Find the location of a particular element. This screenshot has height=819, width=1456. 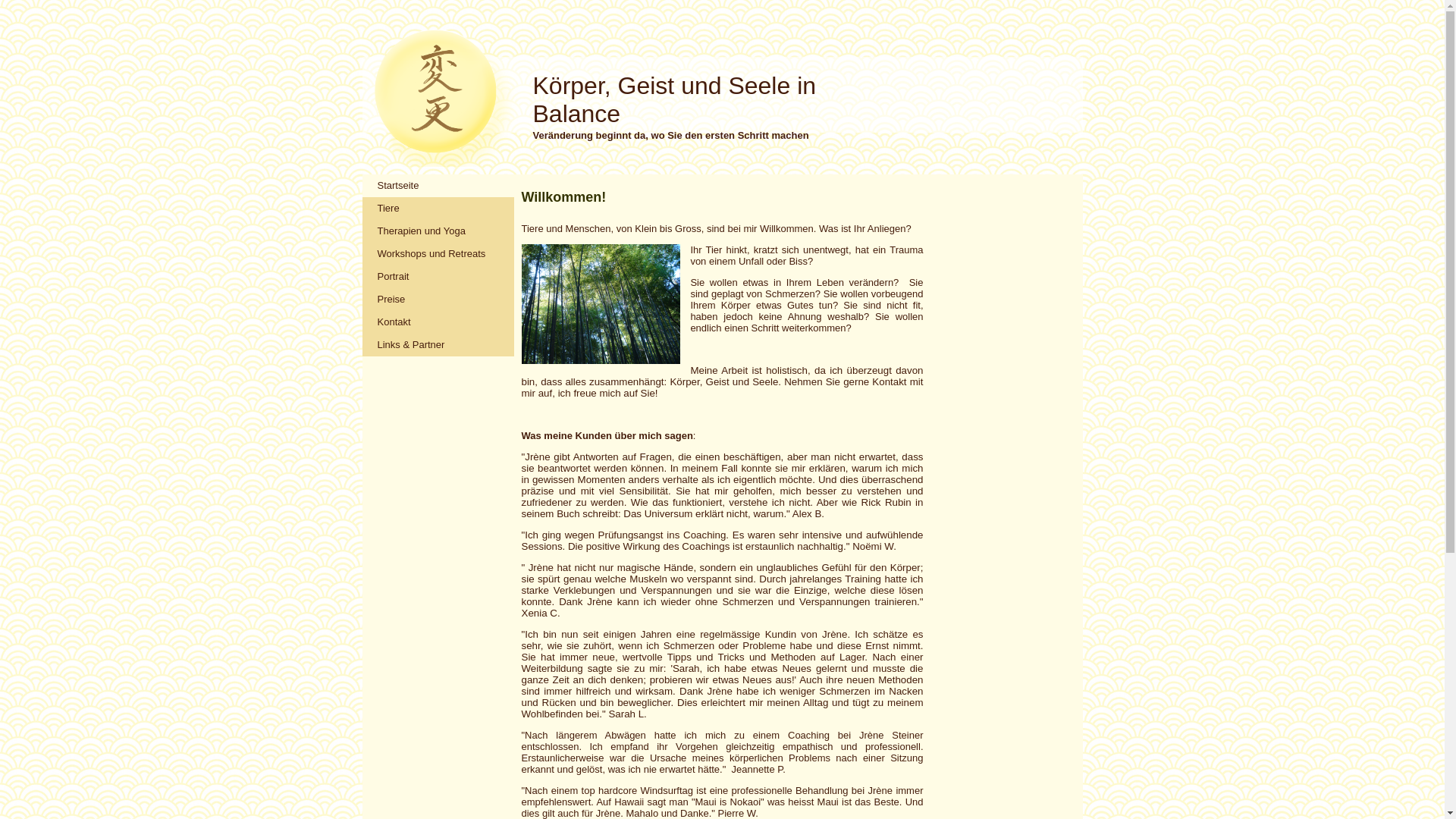

'Startseite' is located at coordinates (362, 185).